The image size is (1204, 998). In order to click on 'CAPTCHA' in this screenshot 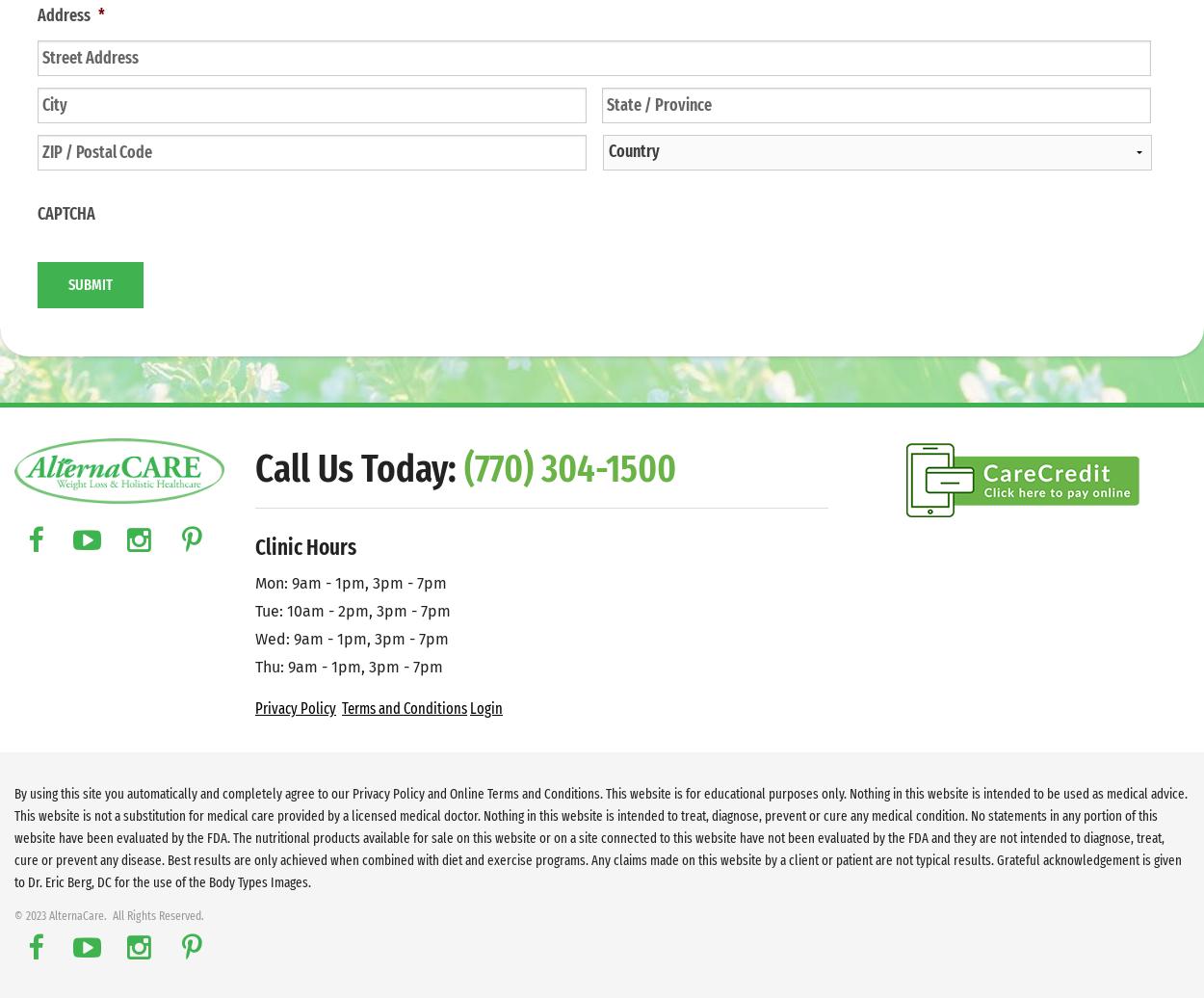, I will do `click(38, 213)`.